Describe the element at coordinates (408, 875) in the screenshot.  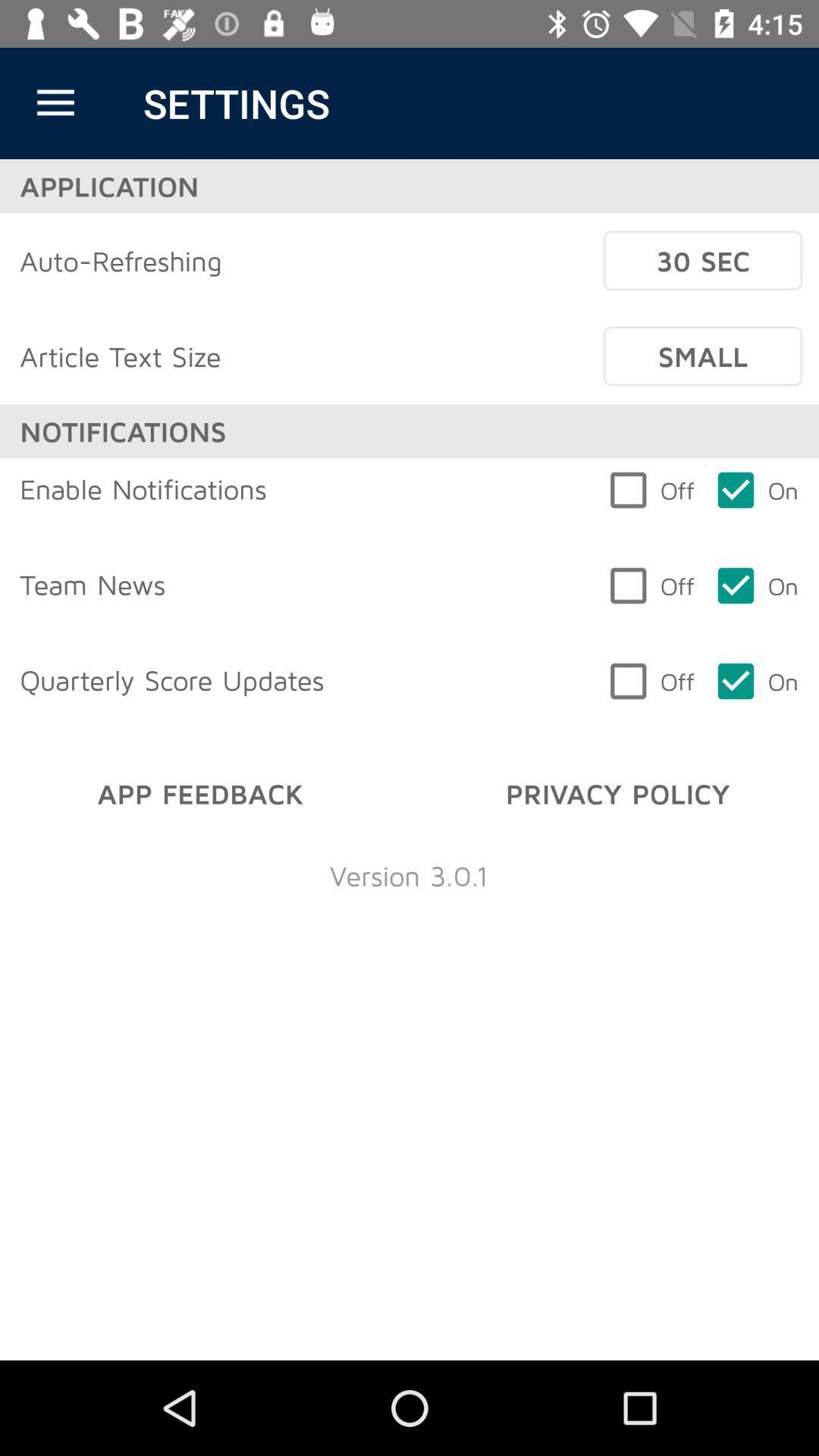
I see `icon below app feedback item` at that location.